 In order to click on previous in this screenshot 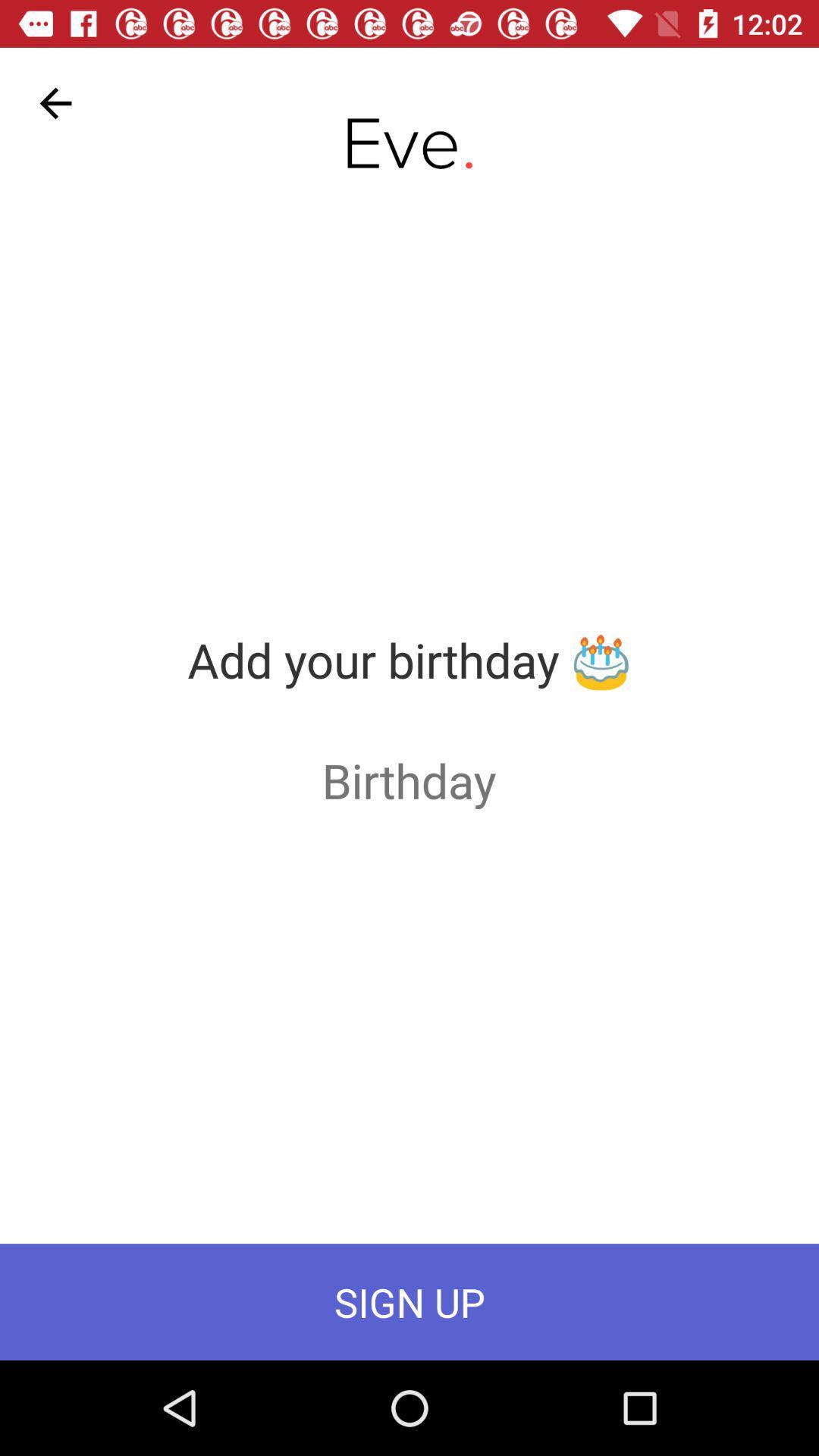, I will do `click(55, 102)`.